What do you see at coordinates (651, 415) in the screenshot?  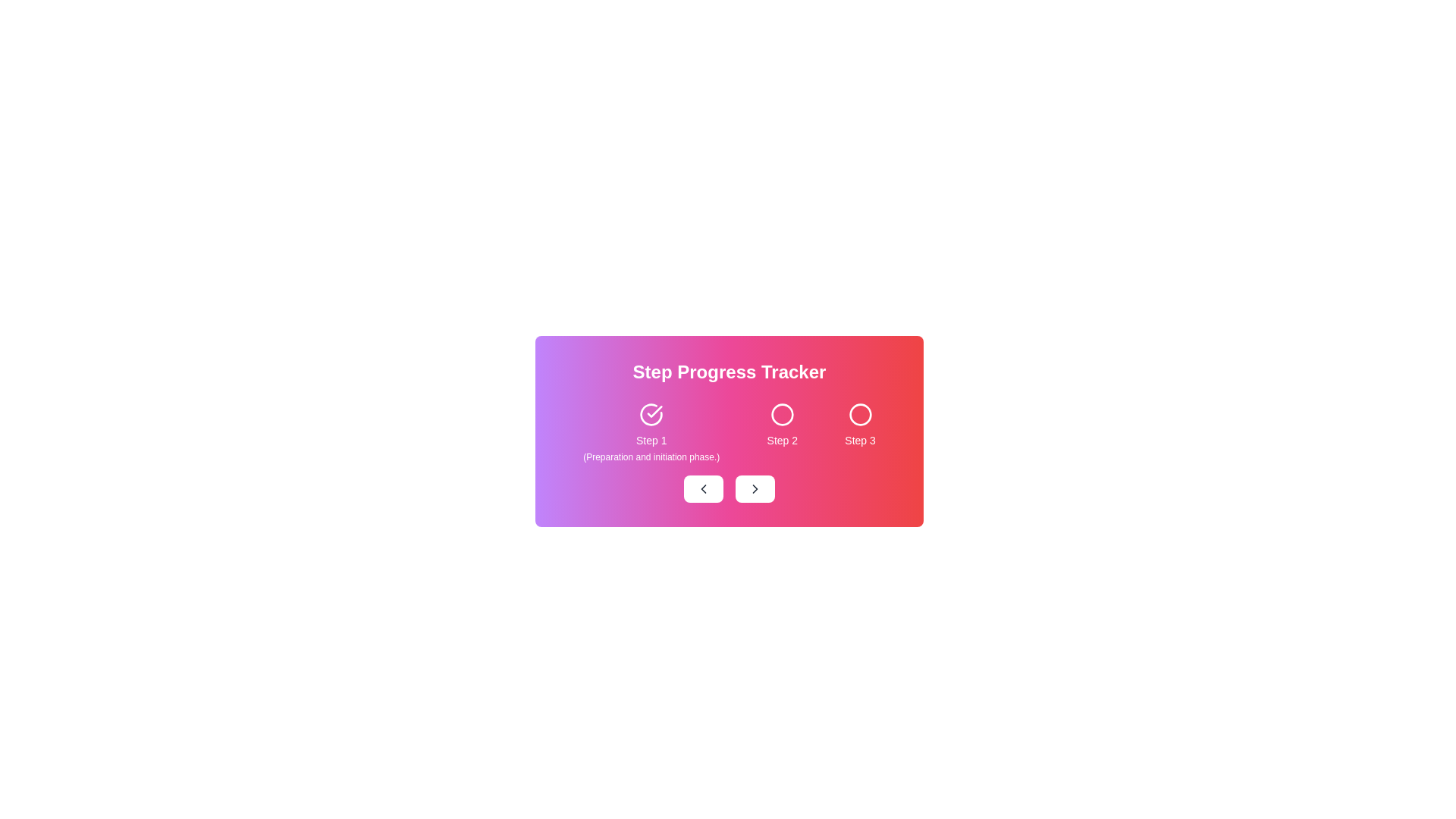 I see `the status of the first step completion icon, which is a circular checkmark symbol with a white stroke on a pinkish-purple background, located above the text 'Step 1' and '(Preparation and initiation phase.)'` at bounding box center [651, 415].